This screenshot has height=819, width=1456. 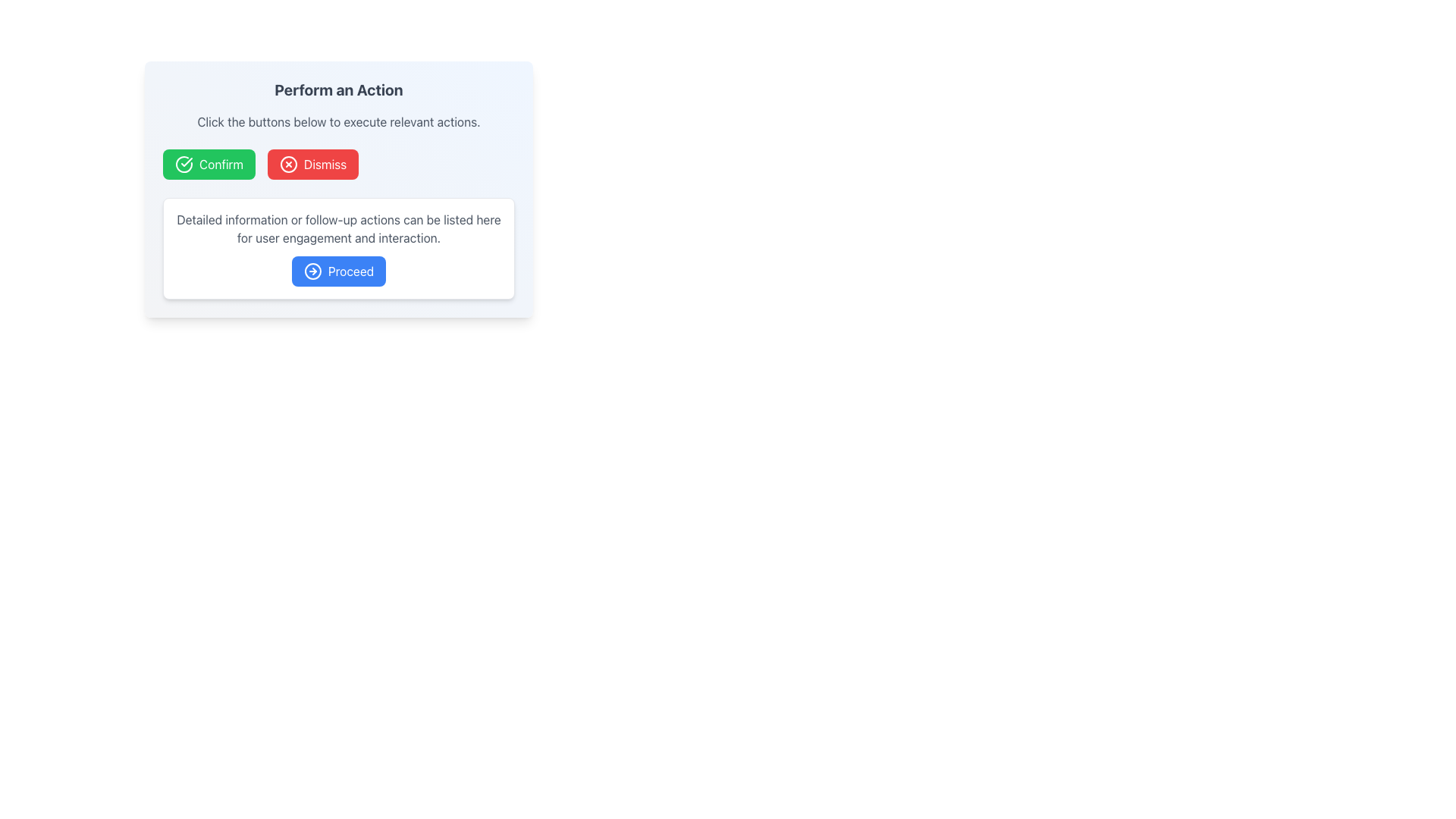 I want to click on the red 'Dismiss' button with rounded corners and a white cross icon, so click(x=312, y=164).